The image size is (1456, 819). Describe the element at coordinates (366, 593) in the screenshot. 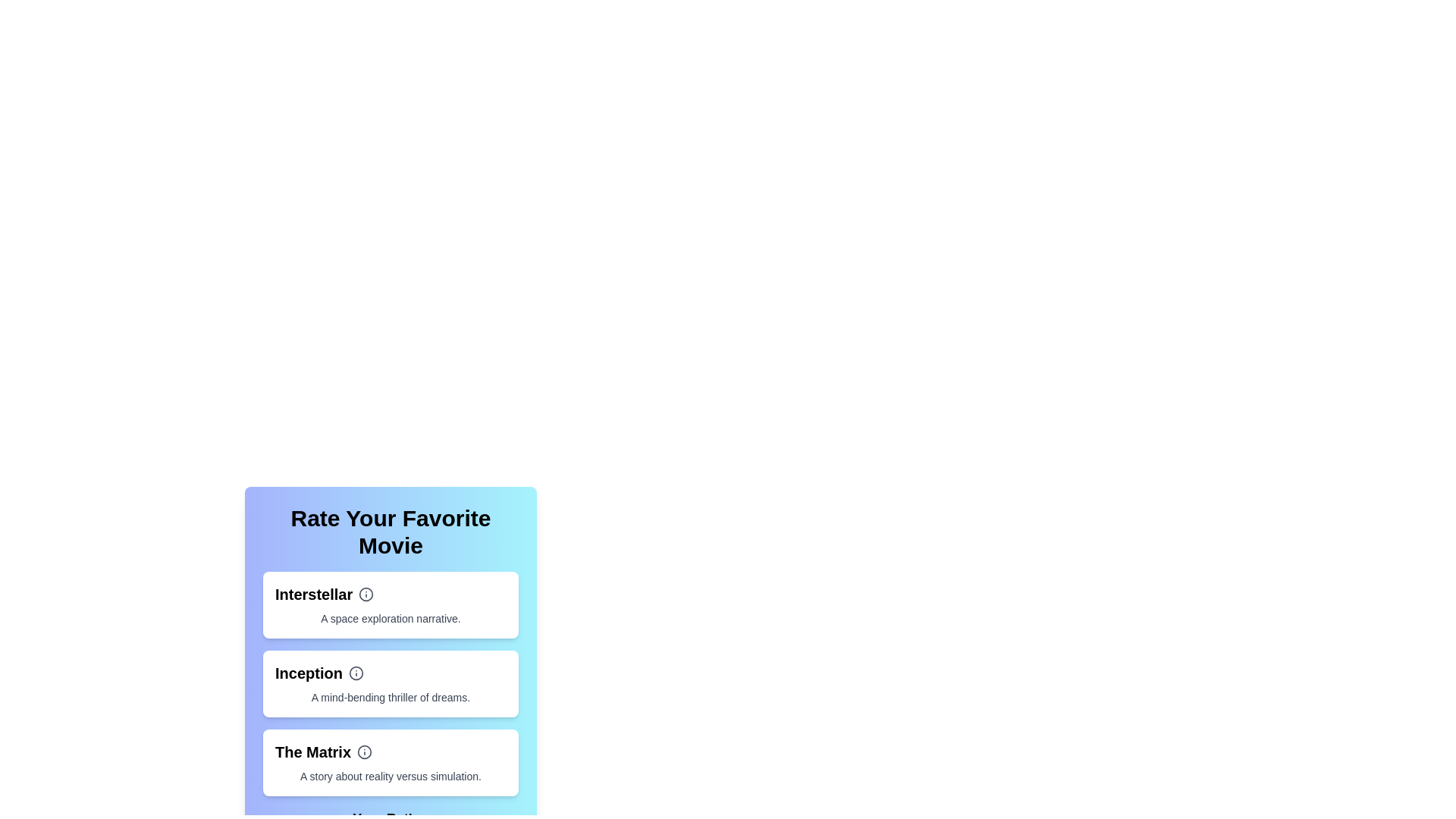

I see `the outermost circular graphical element of the 'information' icon, which is part of the 'Interstellar' movie button` at that location.